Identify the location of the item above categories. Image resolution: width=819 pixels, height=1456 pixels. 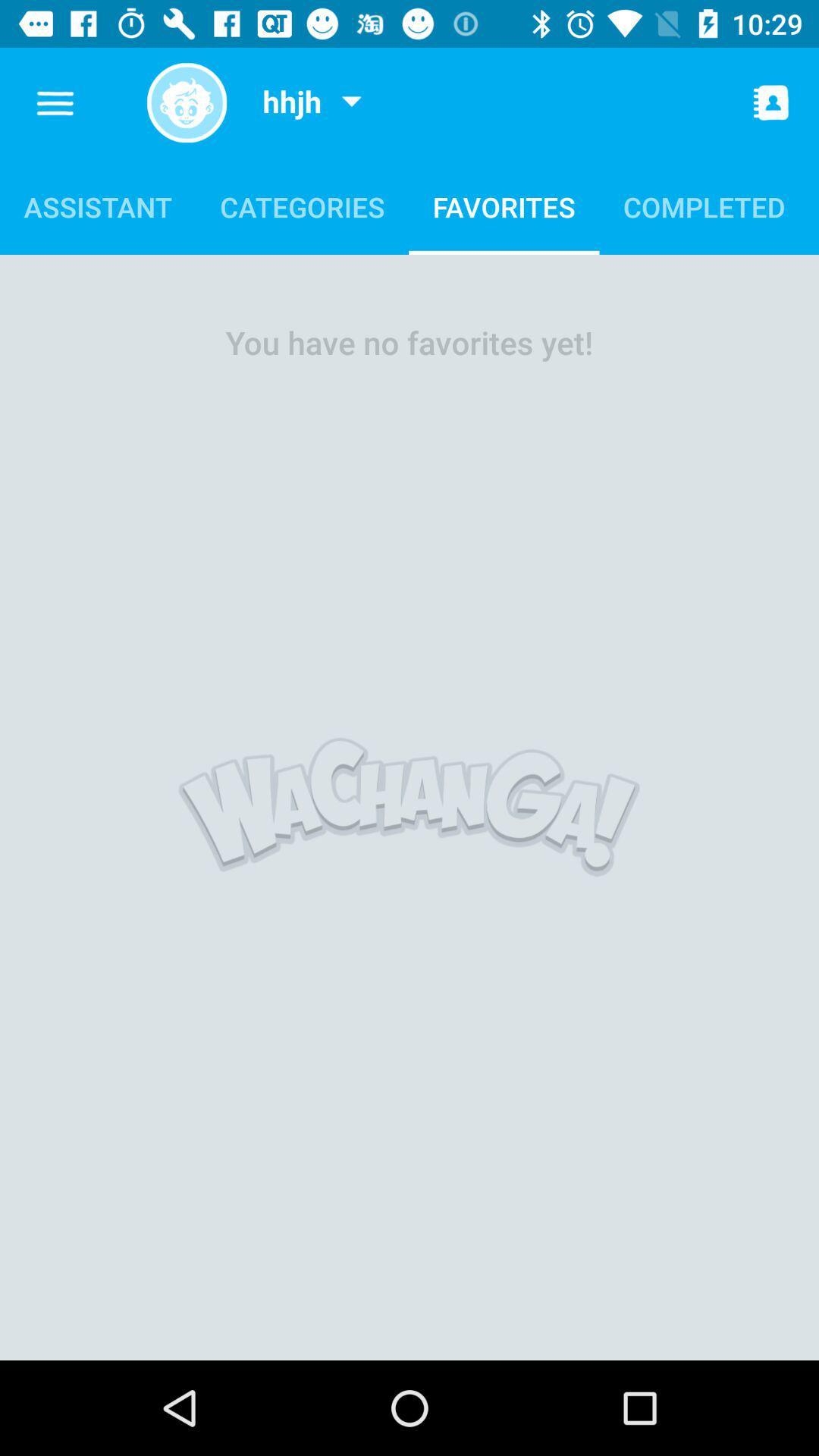
(351, 102).